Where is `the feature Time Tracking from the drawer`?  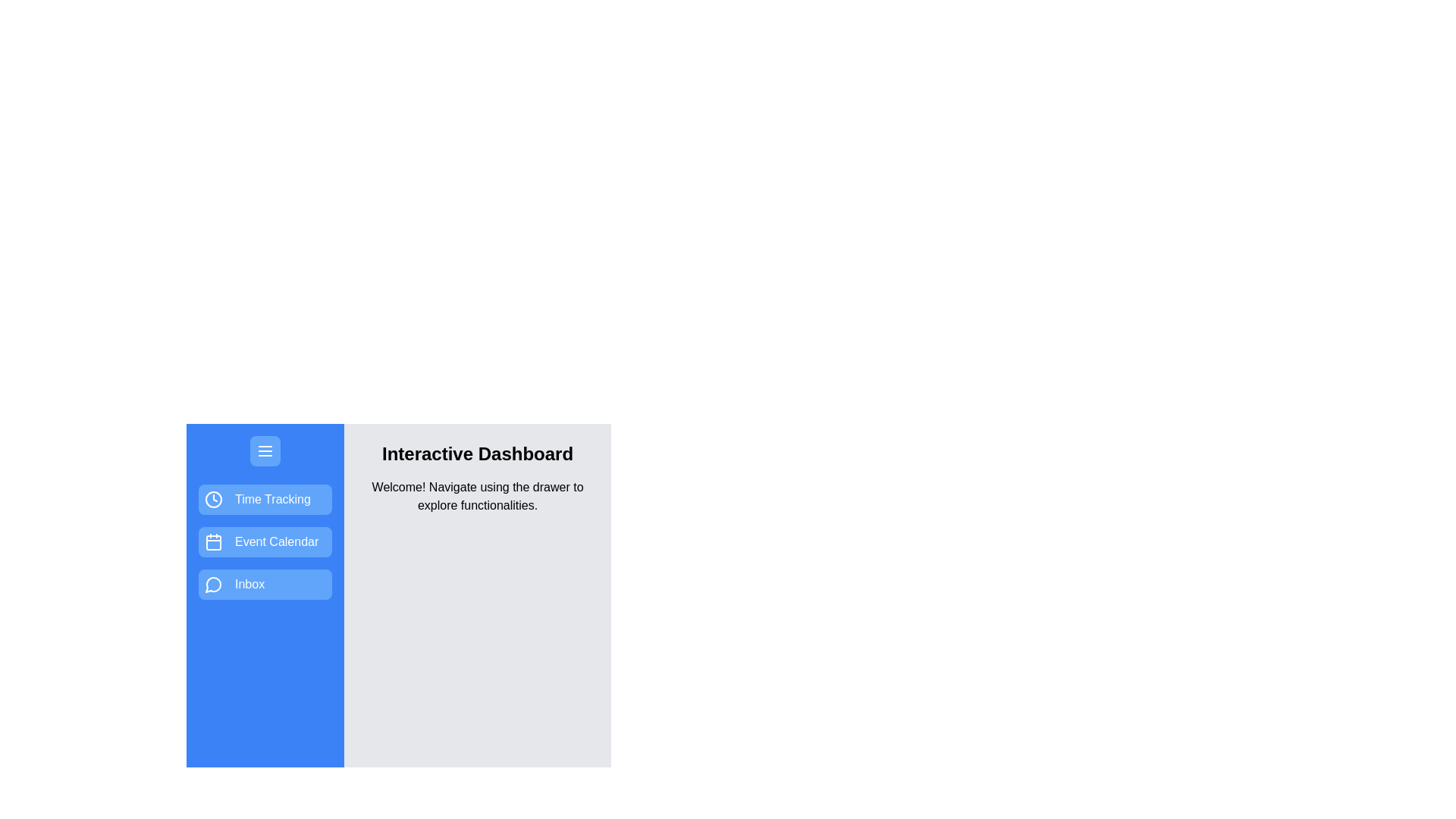 the feature Time Tracking from the drawer is located at coordinates (265, 500).